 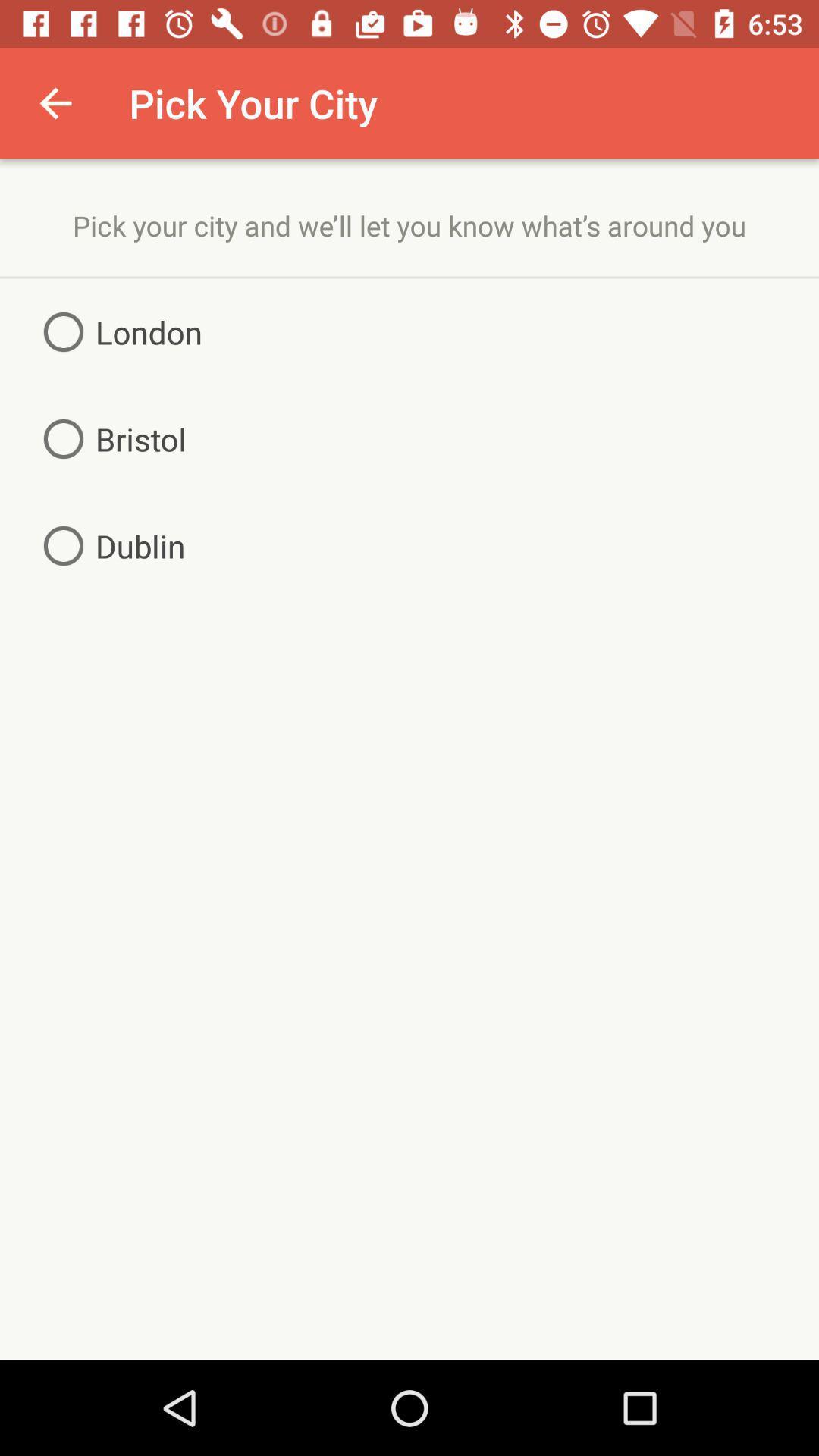 I want to click on item above bristol item, so click(x=116, y=331).